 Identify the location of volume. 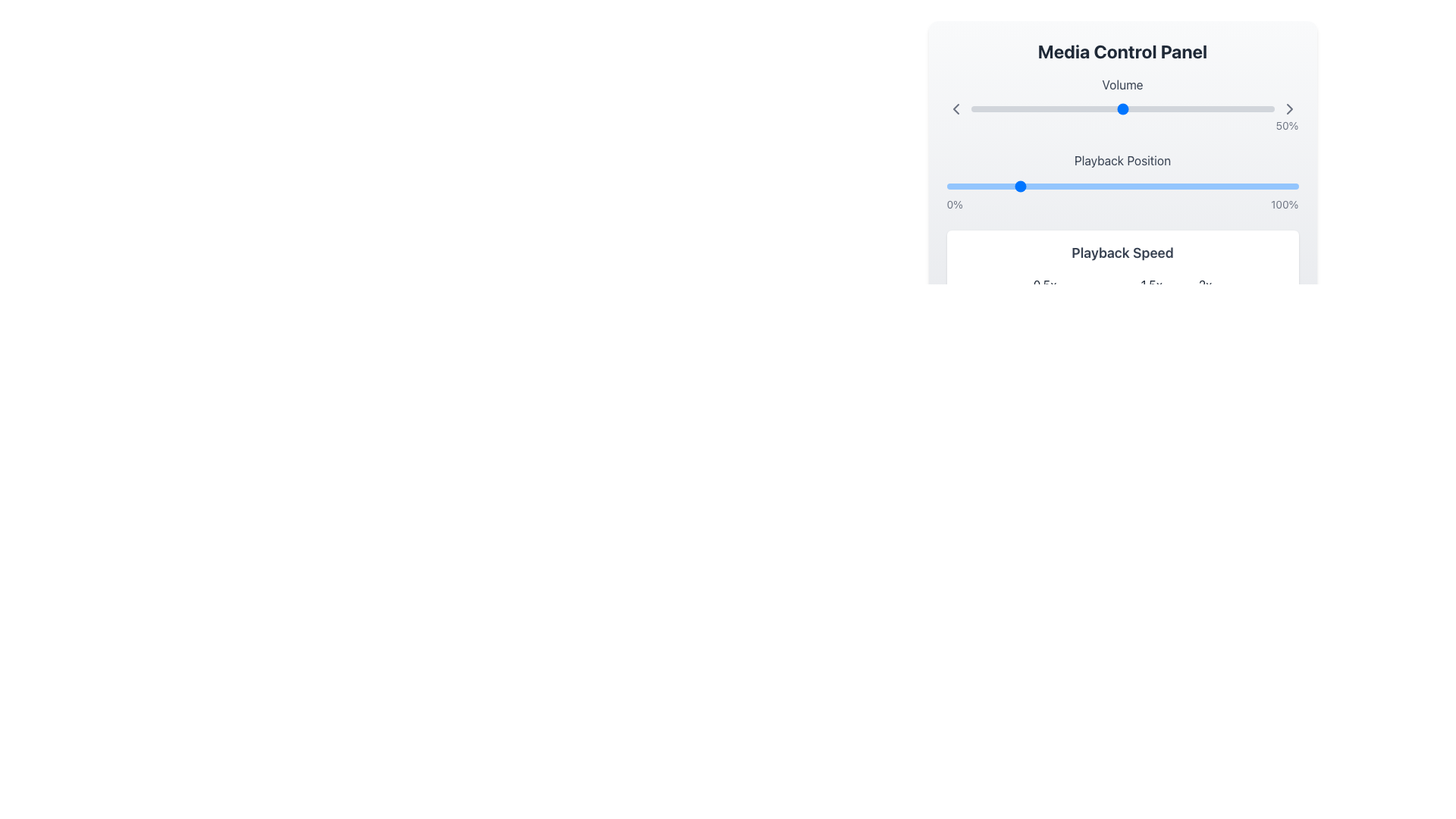
(1119, 108).